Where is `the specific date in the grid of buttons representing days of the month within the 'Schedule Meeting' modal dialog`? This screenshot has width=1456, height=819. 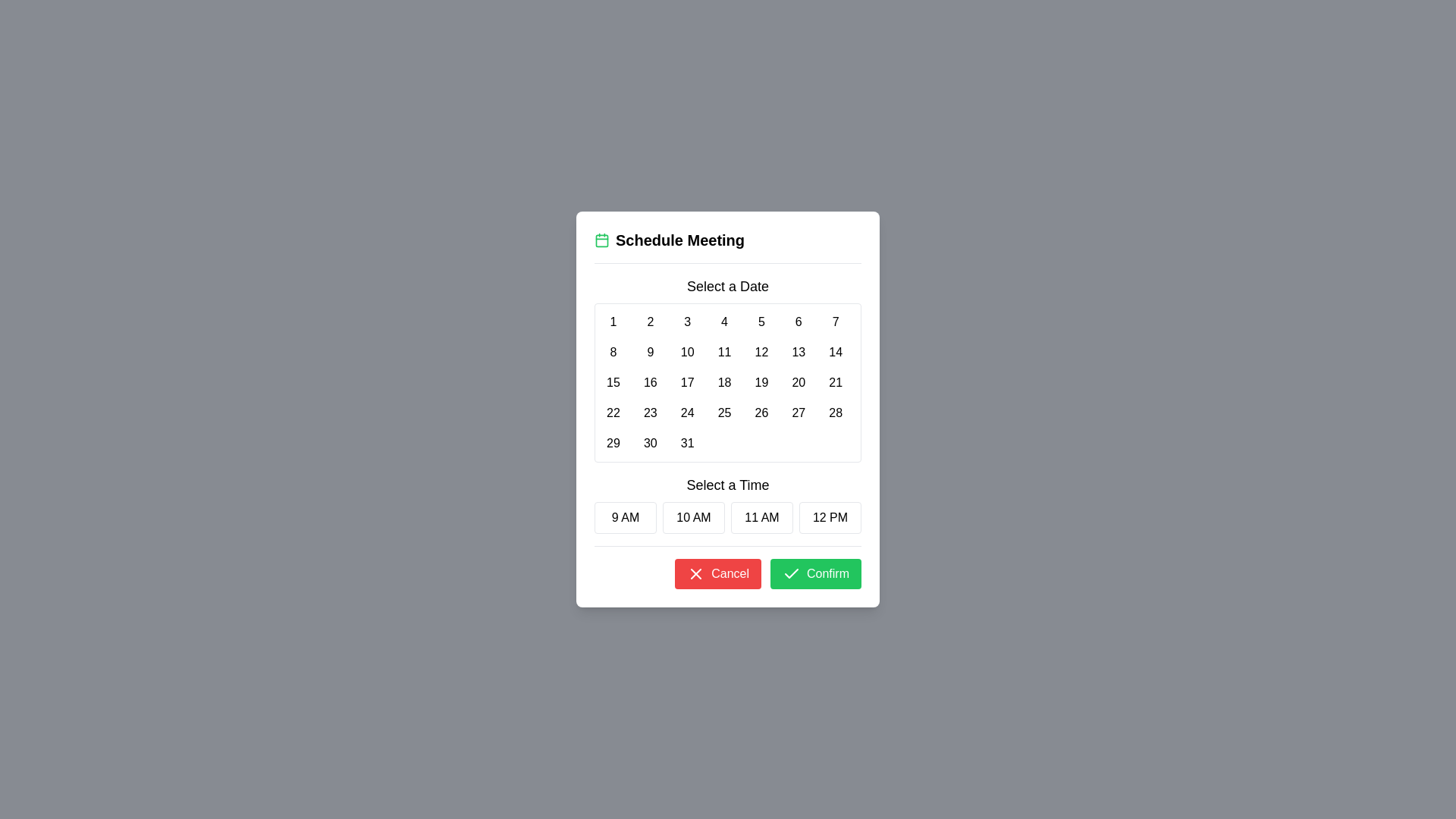 the specific date in the grid of buttons representing days of the month within the 'Schedule Meeting' modal dialog is located at coordinates (728, 369).